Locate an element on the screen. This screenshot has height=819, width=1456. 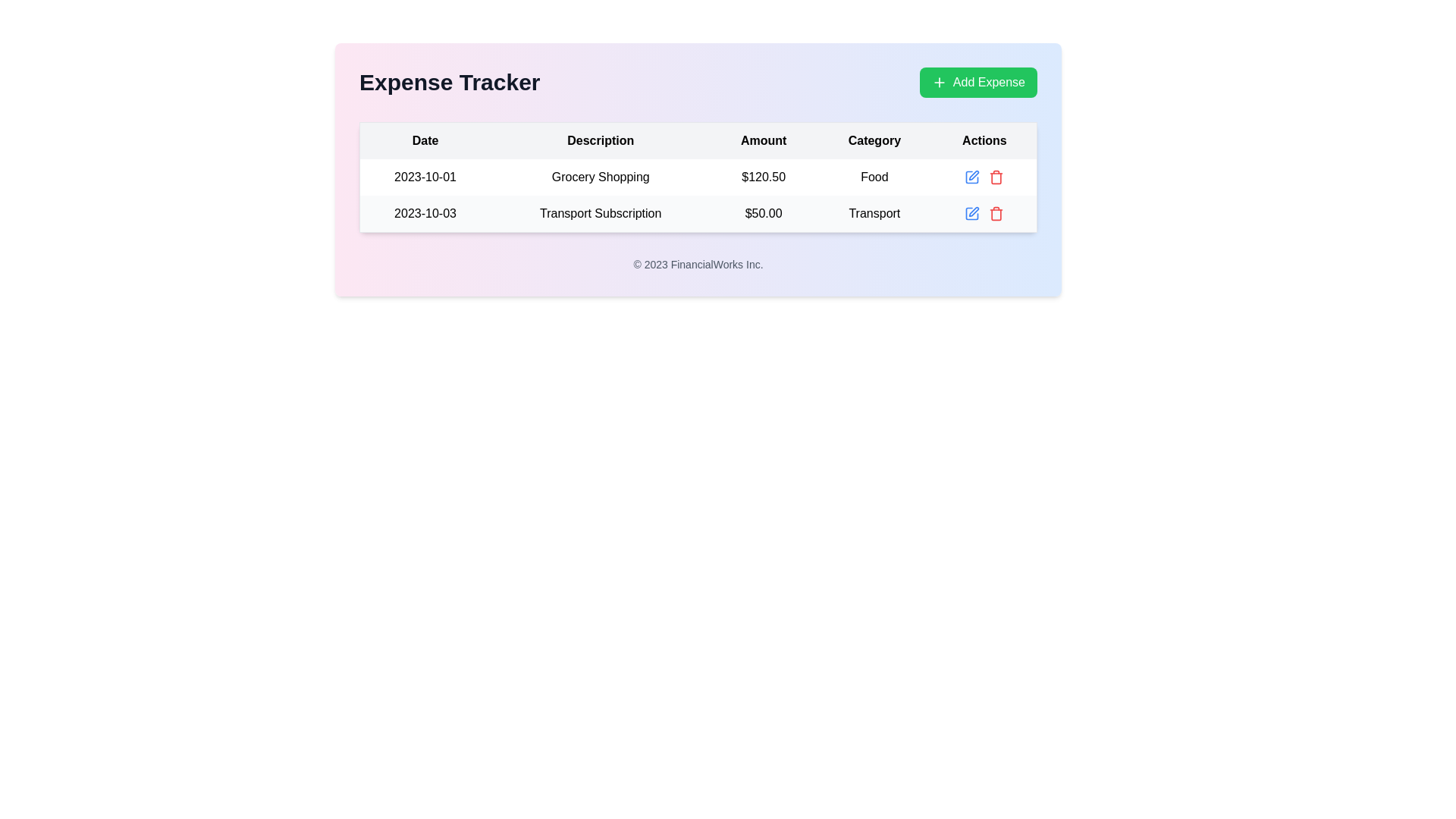
the first transaction entry row in the financial tracking table, which includes details like date, description, amount, and category is located at coordinates (698, 195).